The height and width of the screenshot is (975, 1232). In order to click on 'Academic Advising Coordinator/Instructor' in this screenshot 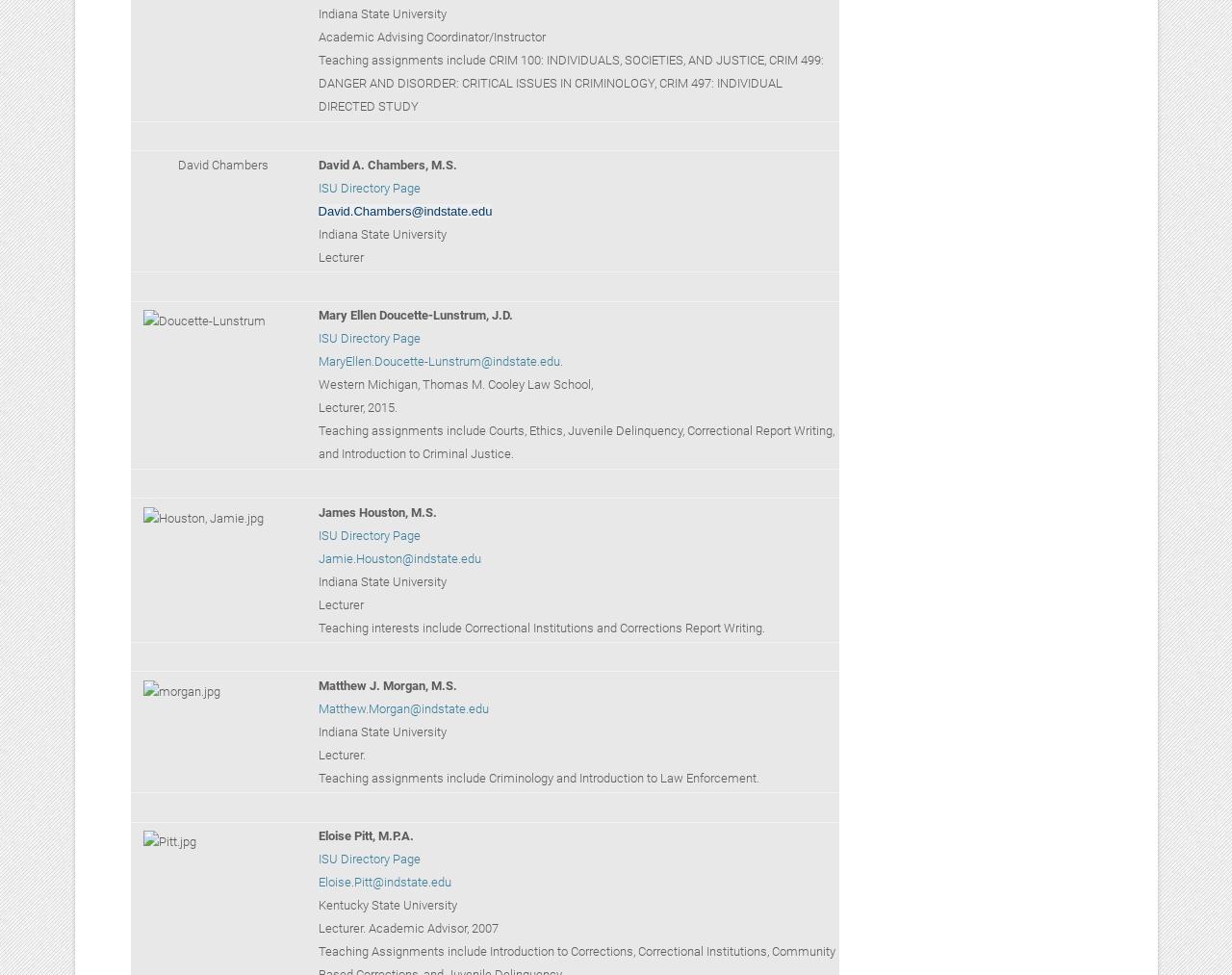, I will do `click(430, 36)`.